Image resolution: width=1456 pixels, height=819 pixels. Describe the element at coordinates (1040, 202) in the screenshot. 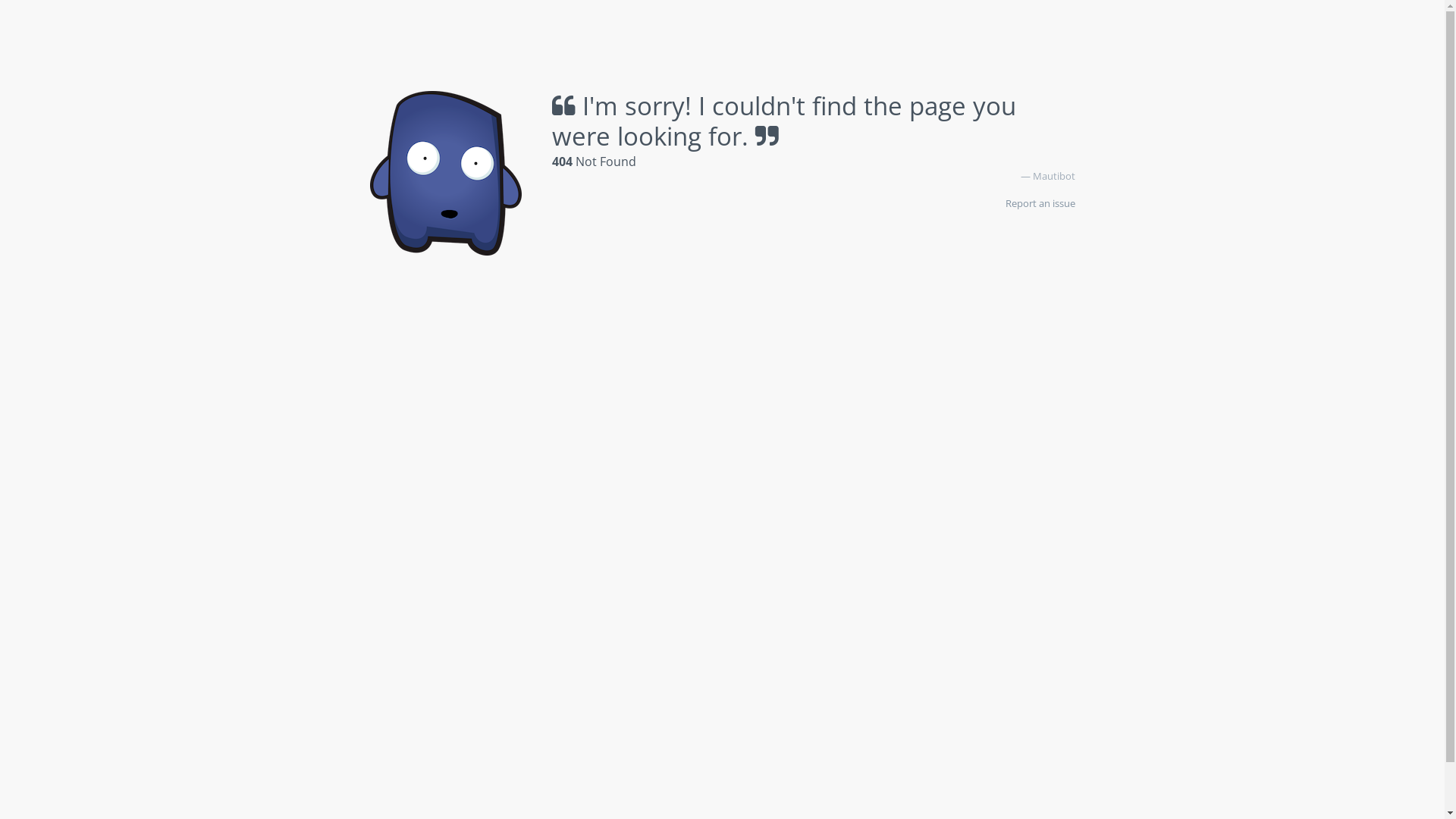

I see `'Report an issue'` at that location.